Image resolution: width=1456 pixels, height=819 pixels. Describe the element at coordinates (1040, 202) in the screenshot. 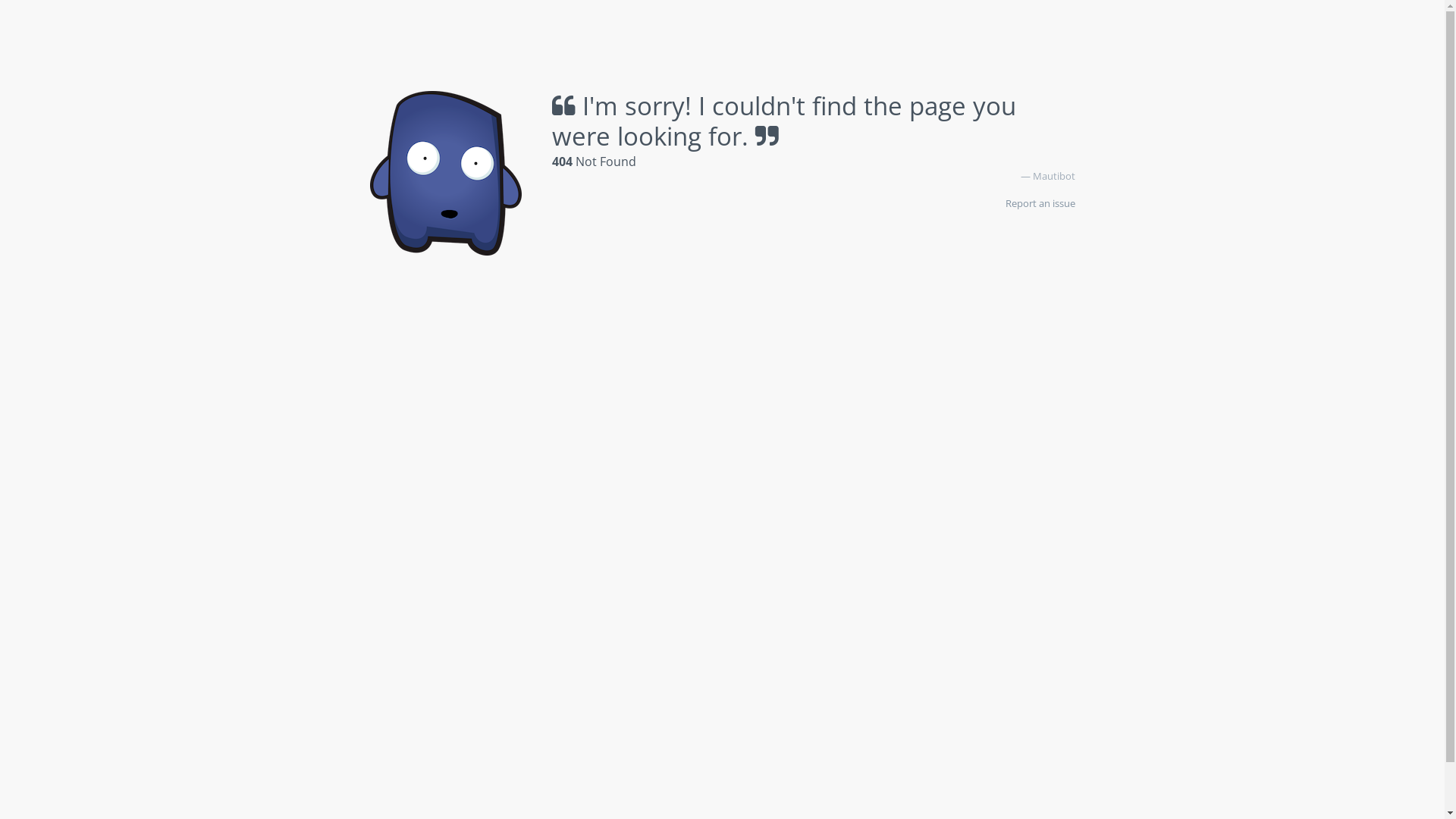

I see `'Report an issue'` at that location.